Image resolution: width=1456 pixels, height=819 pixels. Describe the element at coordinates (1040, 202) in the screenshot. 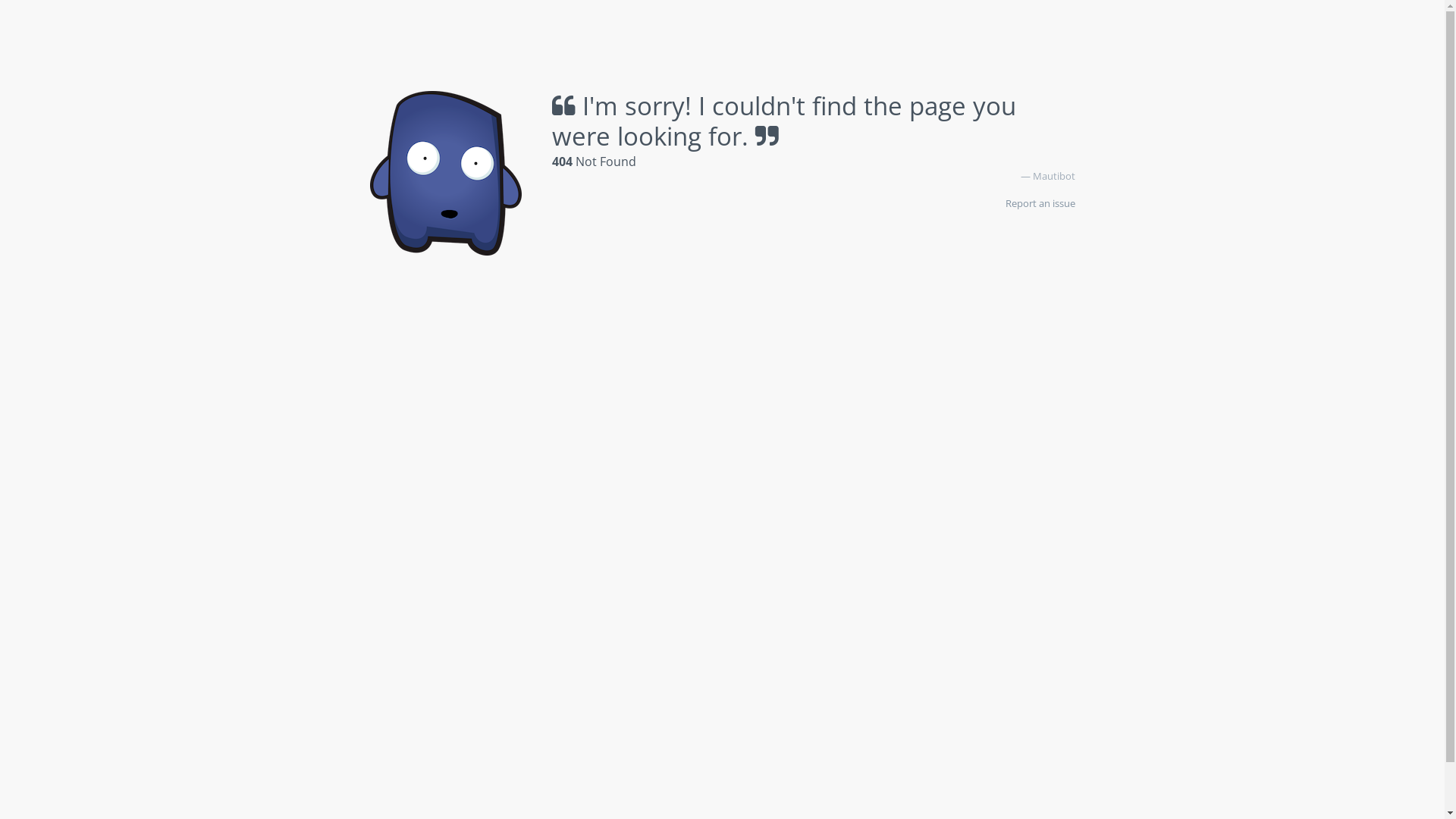

I see `'Report an issue'` at that location.